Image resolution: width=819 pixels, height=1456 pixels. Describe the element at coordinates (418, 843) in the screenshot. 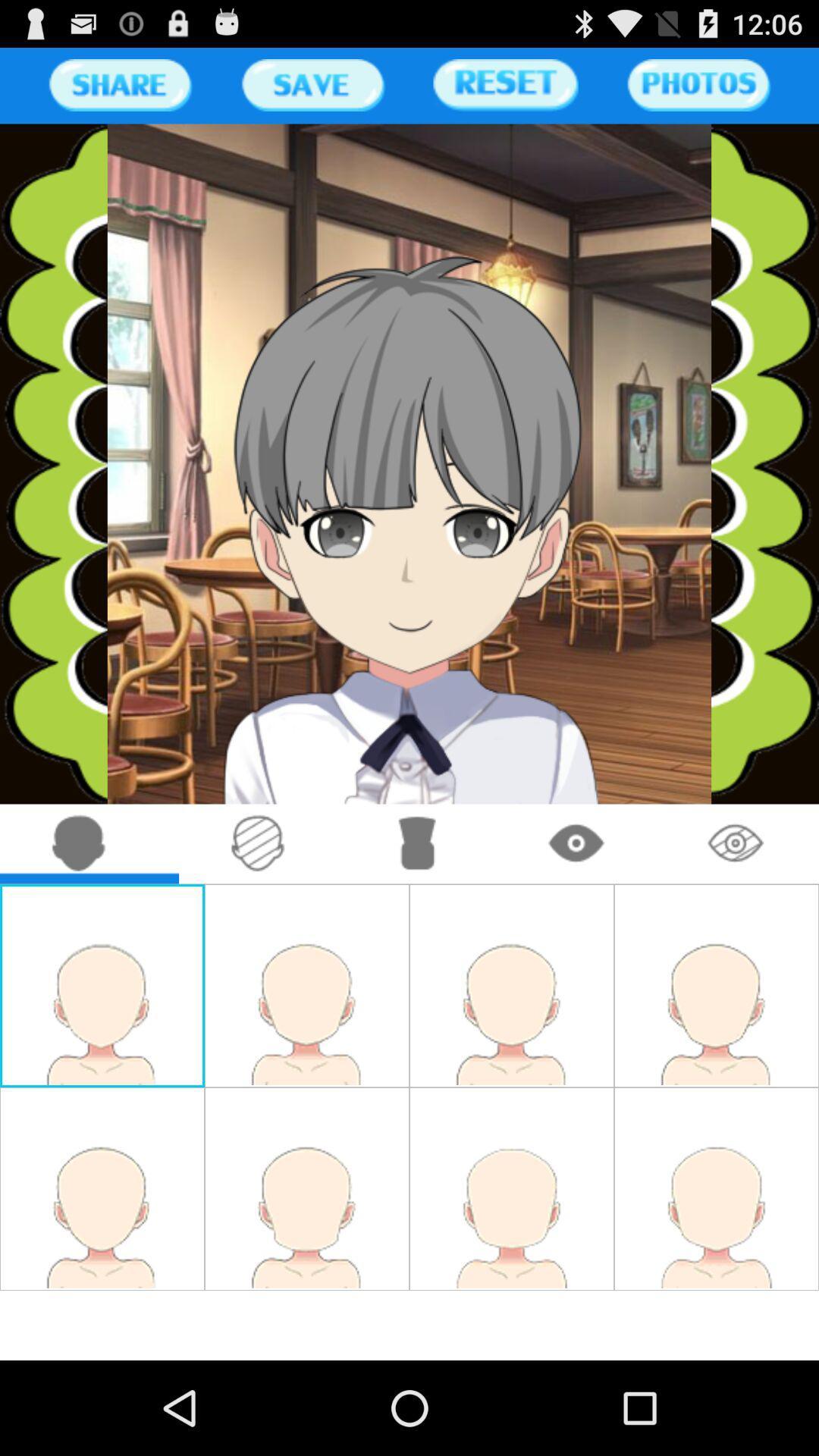

I see `neck tie options` at that location.